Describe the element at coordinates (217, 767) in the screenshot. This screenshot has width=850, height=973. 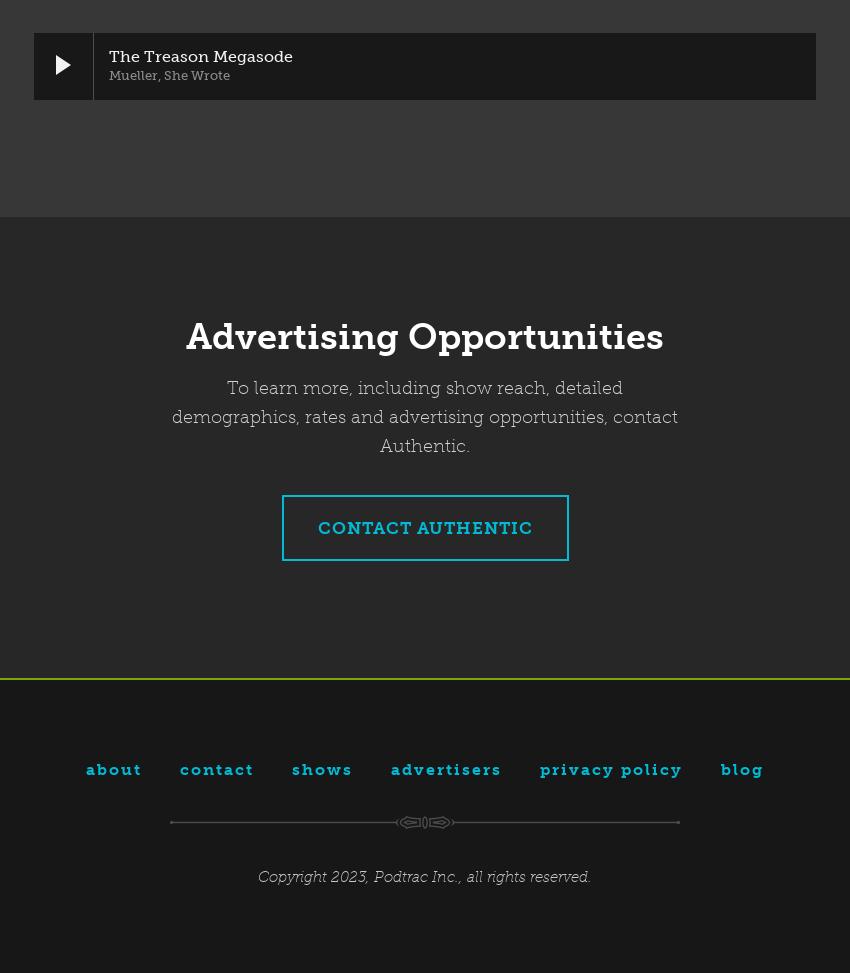
I see `'Contact'` at that location.